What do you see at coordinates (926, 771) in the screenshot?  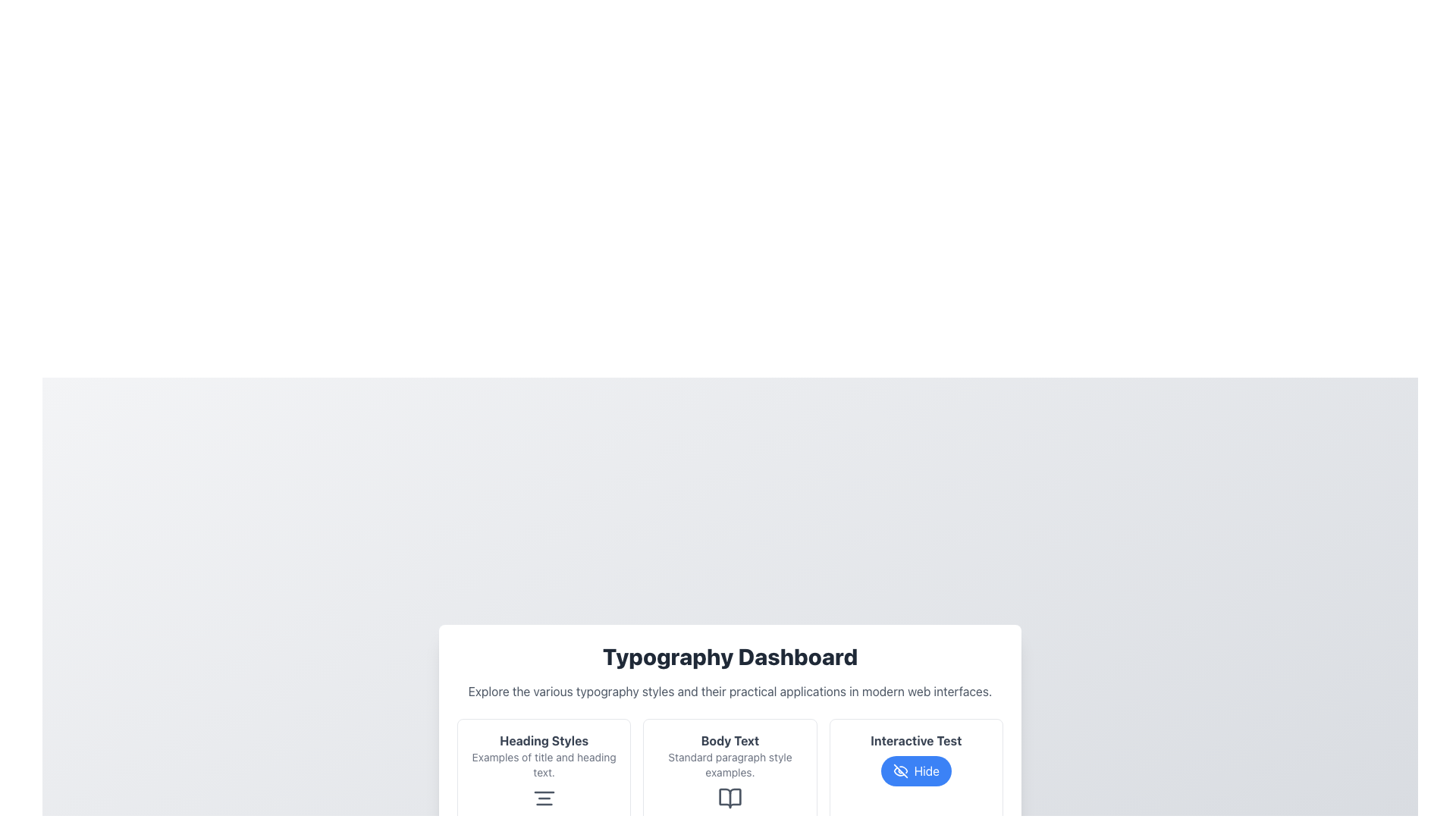 I see `text label indicating the button's action for hiding something, located in the 'Interactive Test' section near the bottom-right of the page, to the right of an eye-off icon` at bounding box center [926, 771].